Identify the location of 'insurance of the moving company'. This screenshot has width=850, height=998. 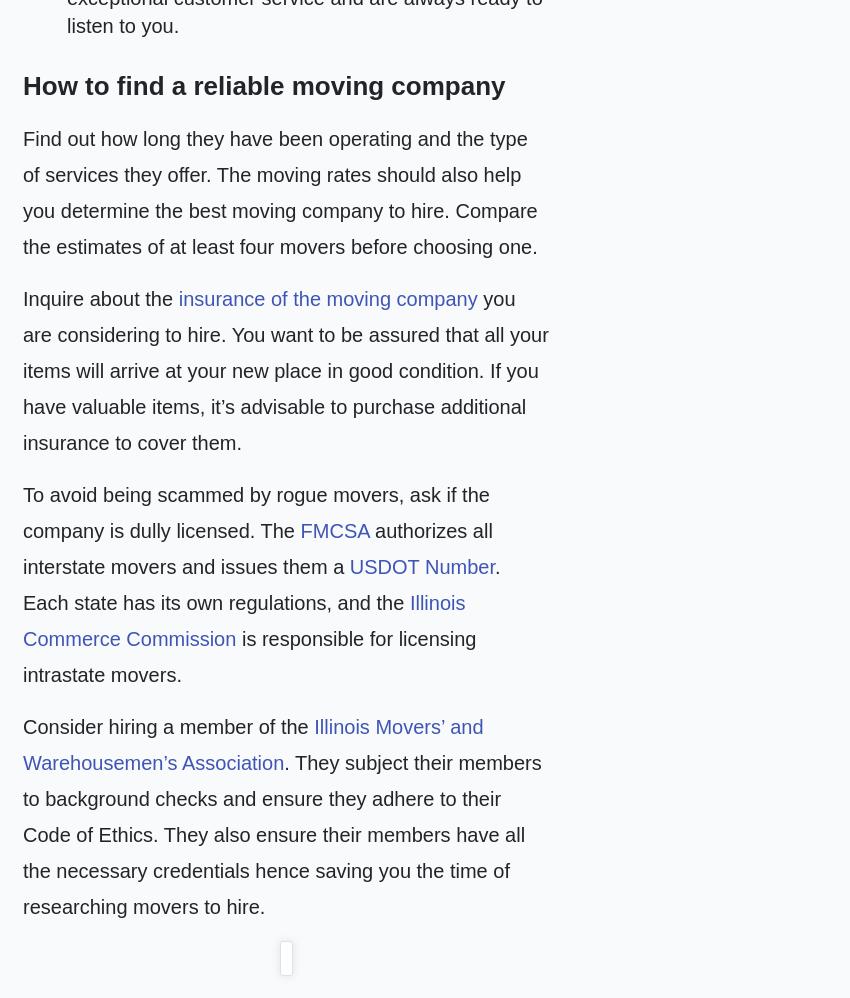
(176, 298).